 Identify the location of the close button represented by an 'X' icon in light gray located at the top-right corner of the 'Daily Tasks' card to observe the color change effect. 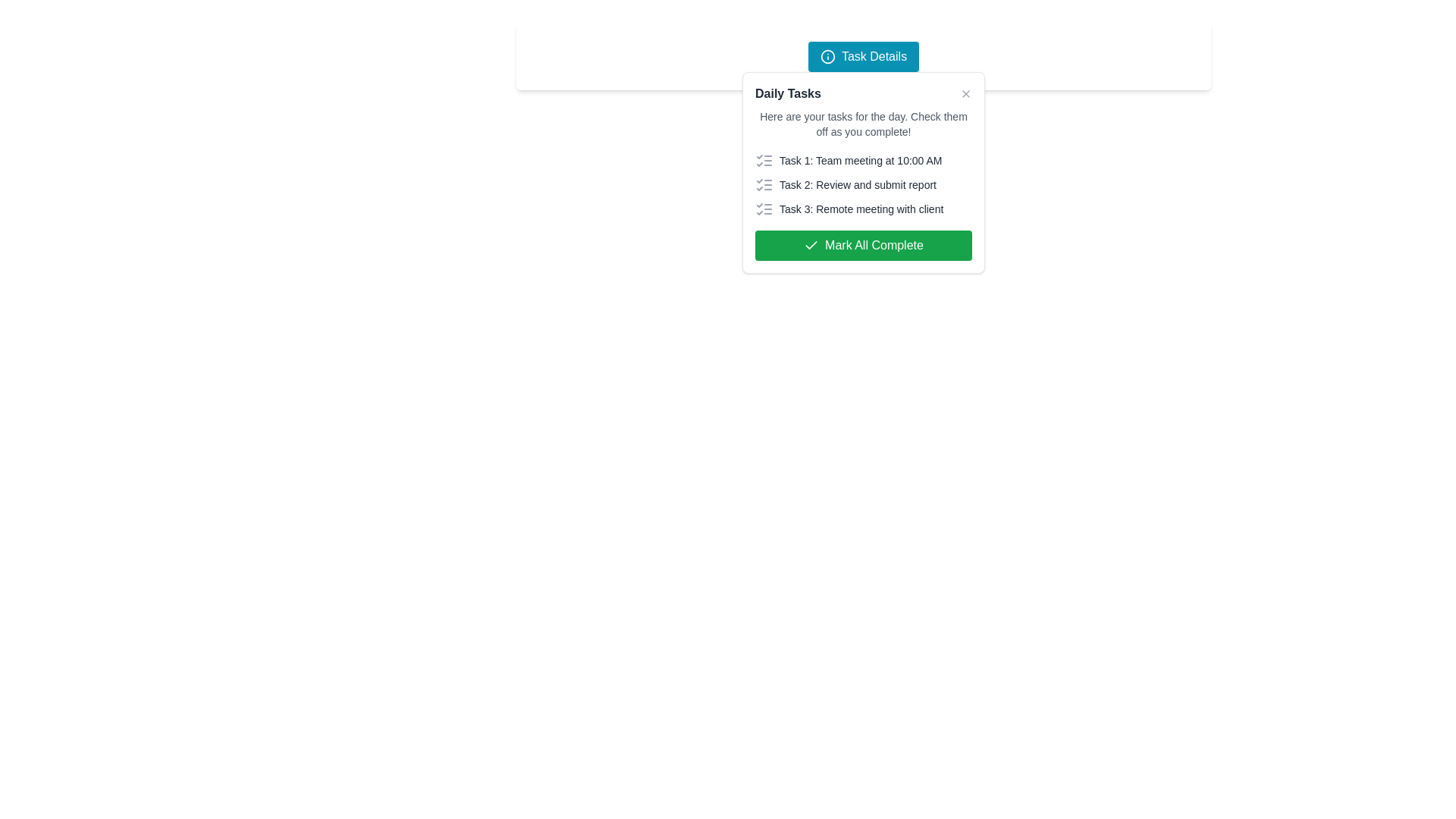
(965, 93).